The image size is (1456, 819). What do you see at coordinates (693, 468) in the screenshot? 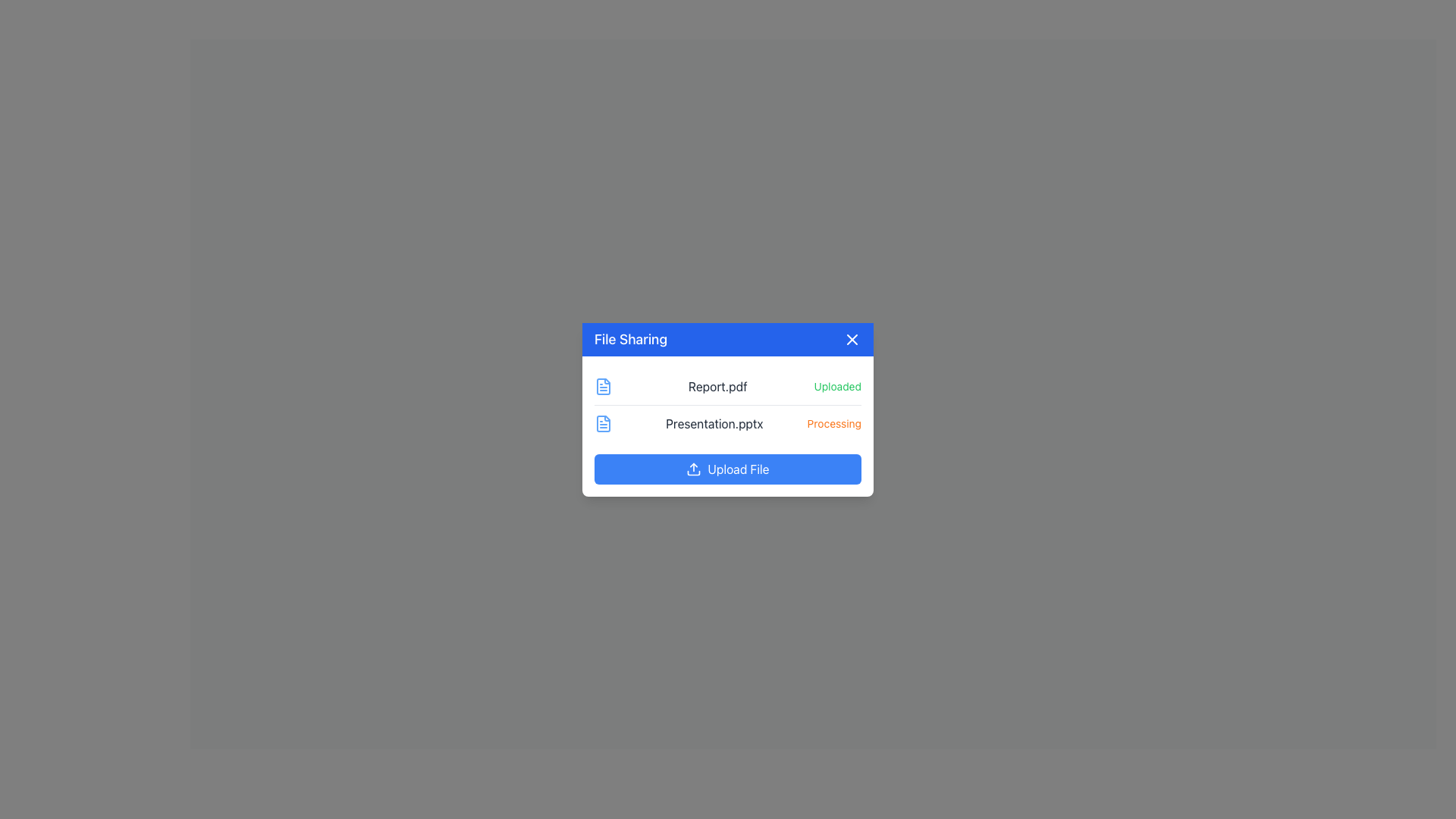
I see `the upload icon shaped like an upward-pointing arrow, located within the 'Upload File' button` at bounding box center [693, 468].